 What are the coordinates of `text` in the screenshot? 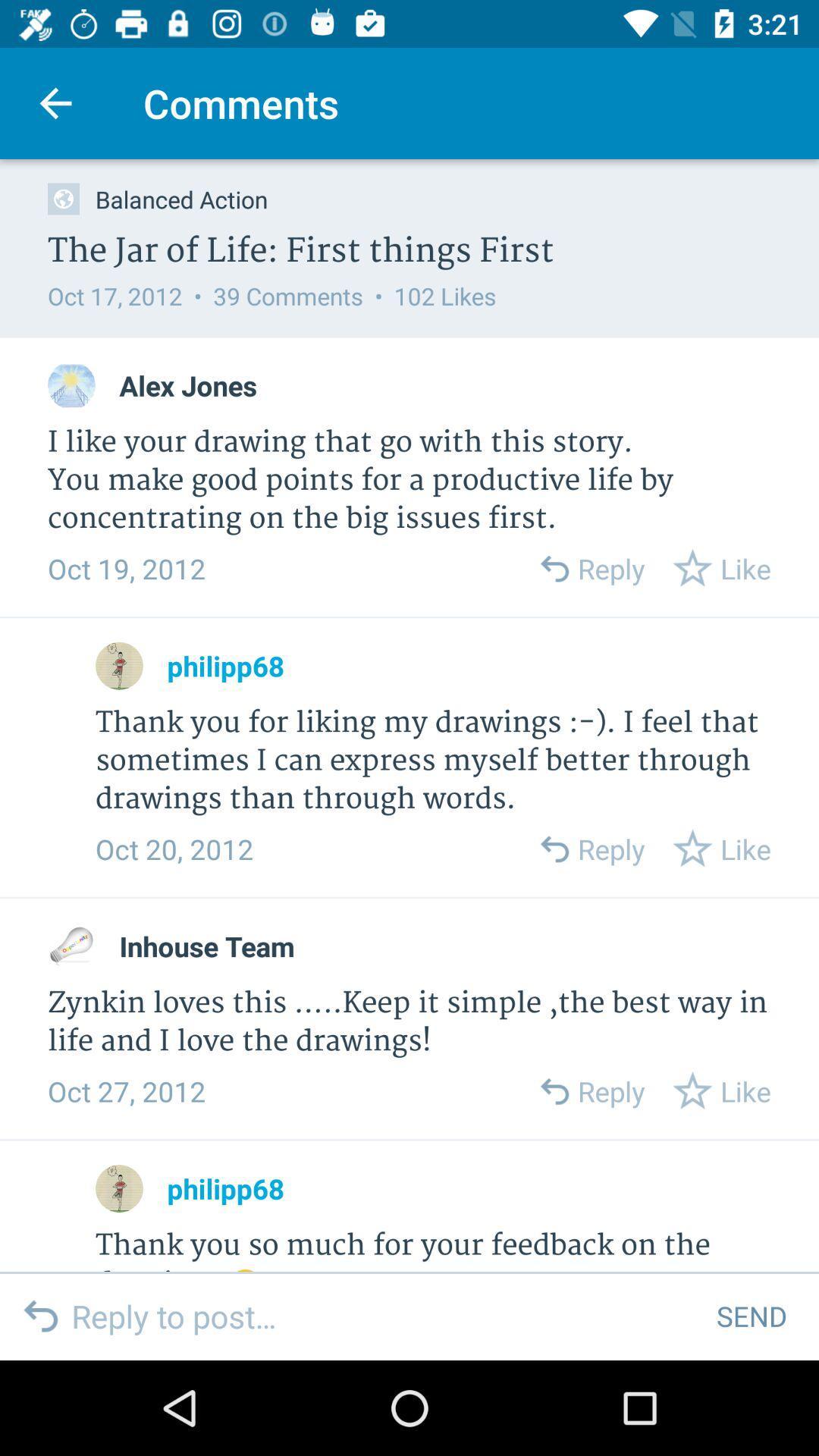 It's located at (381, 1315).